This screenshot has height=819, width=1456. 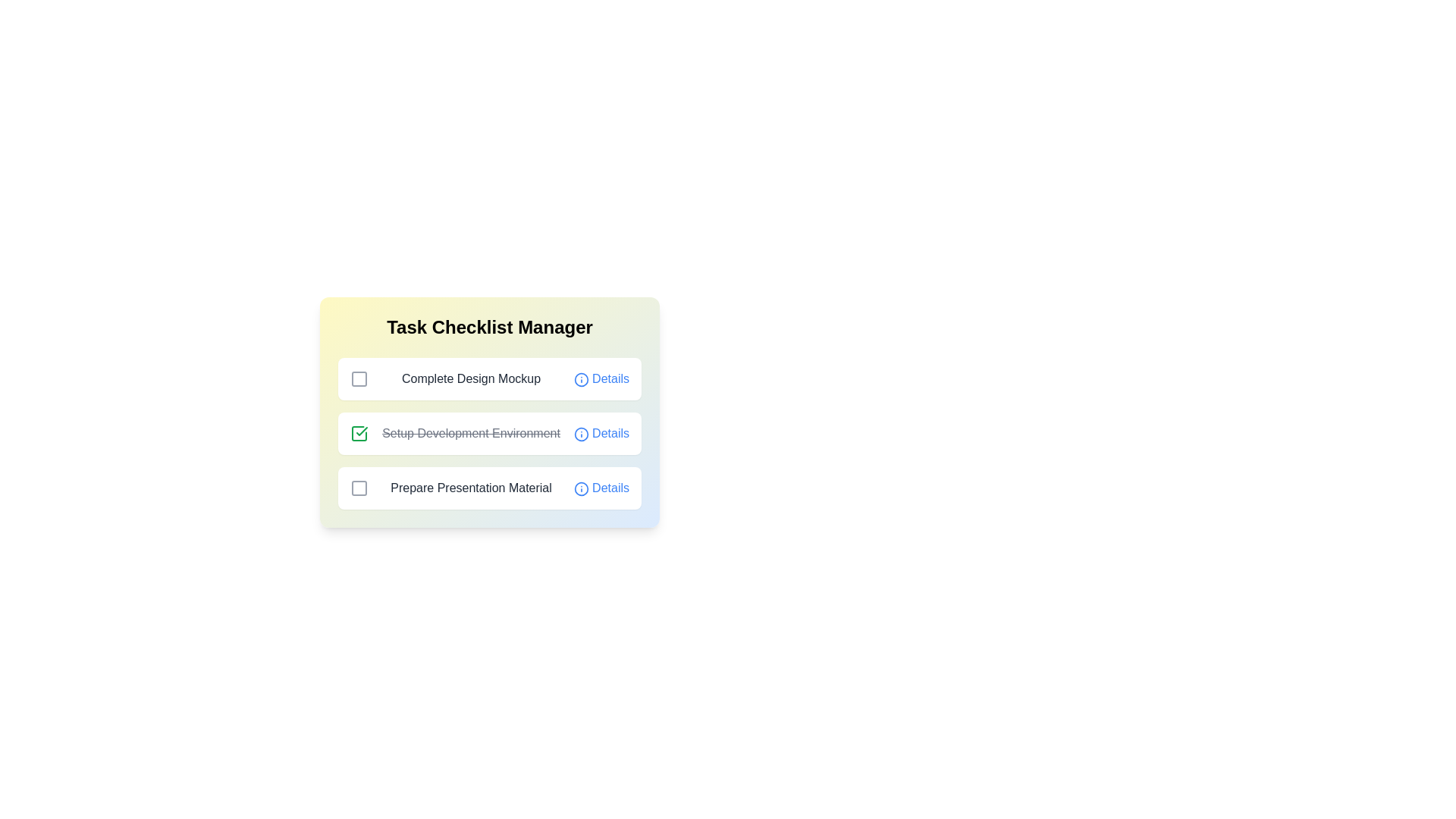 What do you see at coordinates (601, 433) in the screenshot?
I see `the 'Details' button for the task identified by Setup Development Environment` at bounding box center [601, 433].